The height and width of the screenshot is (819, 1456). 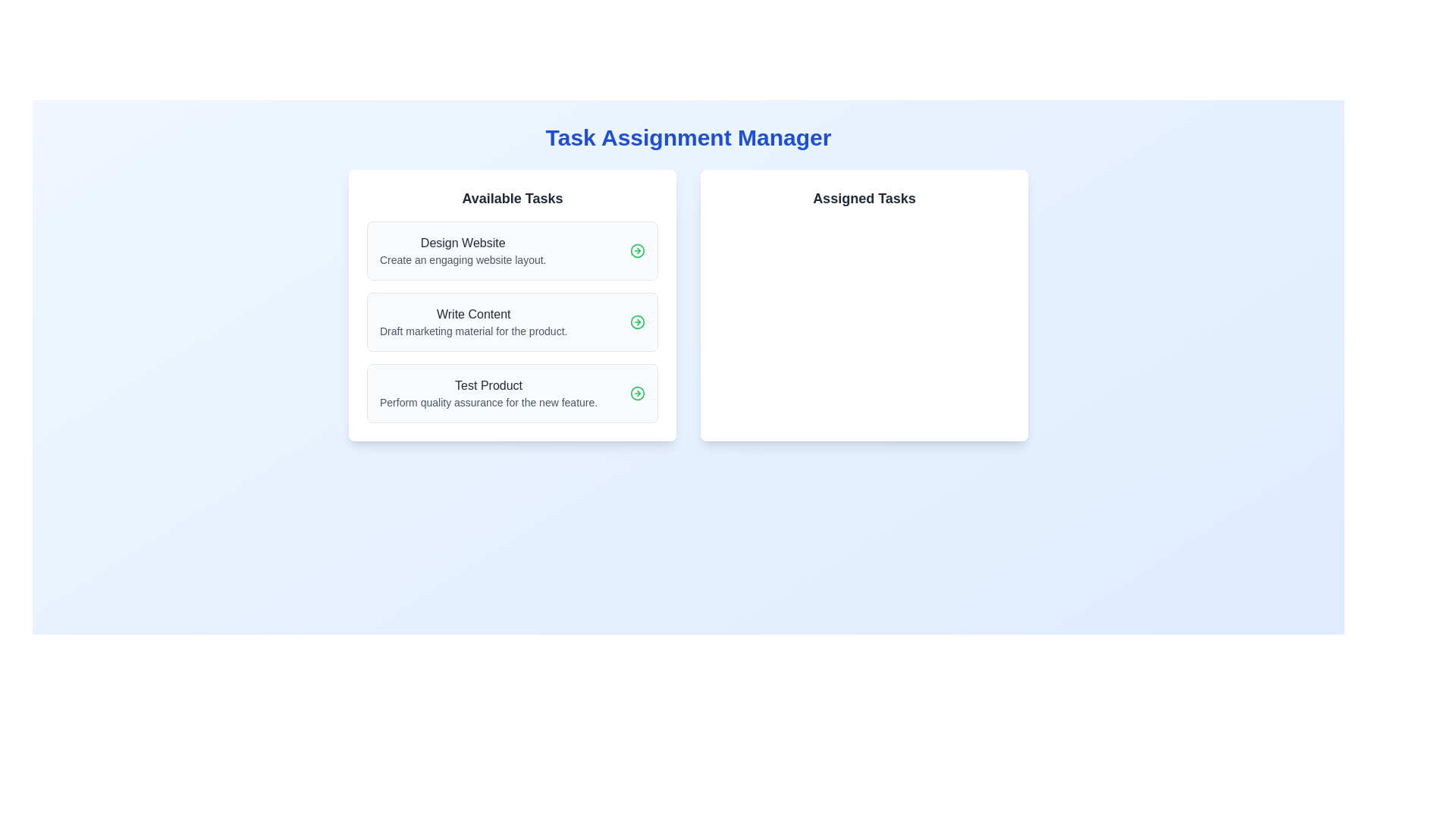 I want to click on the small green circular button with a right-pointing arrow located at the far right of the 'Test Product' task entry card, so click(x=637, y=393).